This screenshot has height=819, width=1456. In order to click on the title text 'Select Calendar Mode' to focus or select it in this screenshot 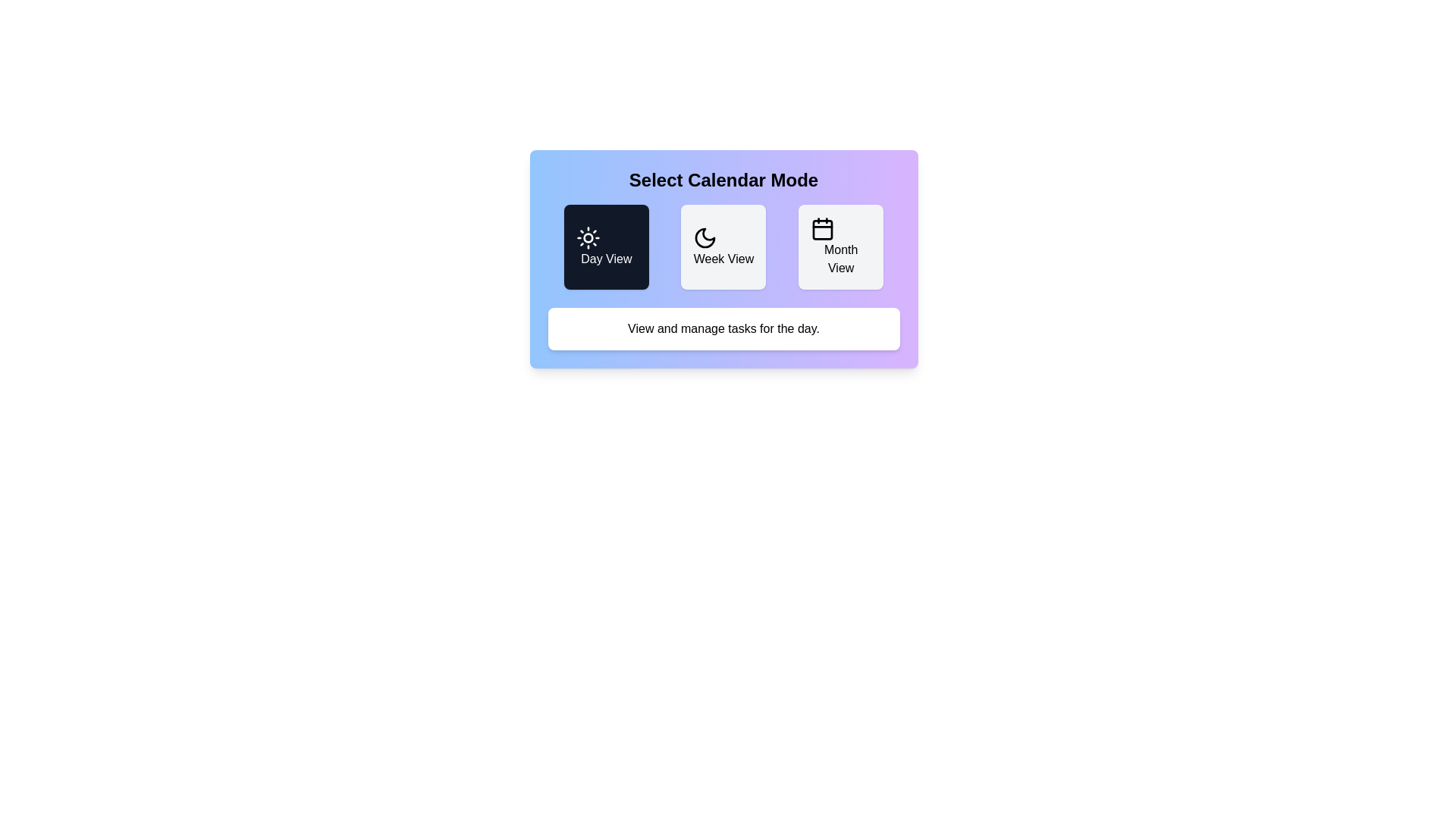, I will do `click(723, 180)`.